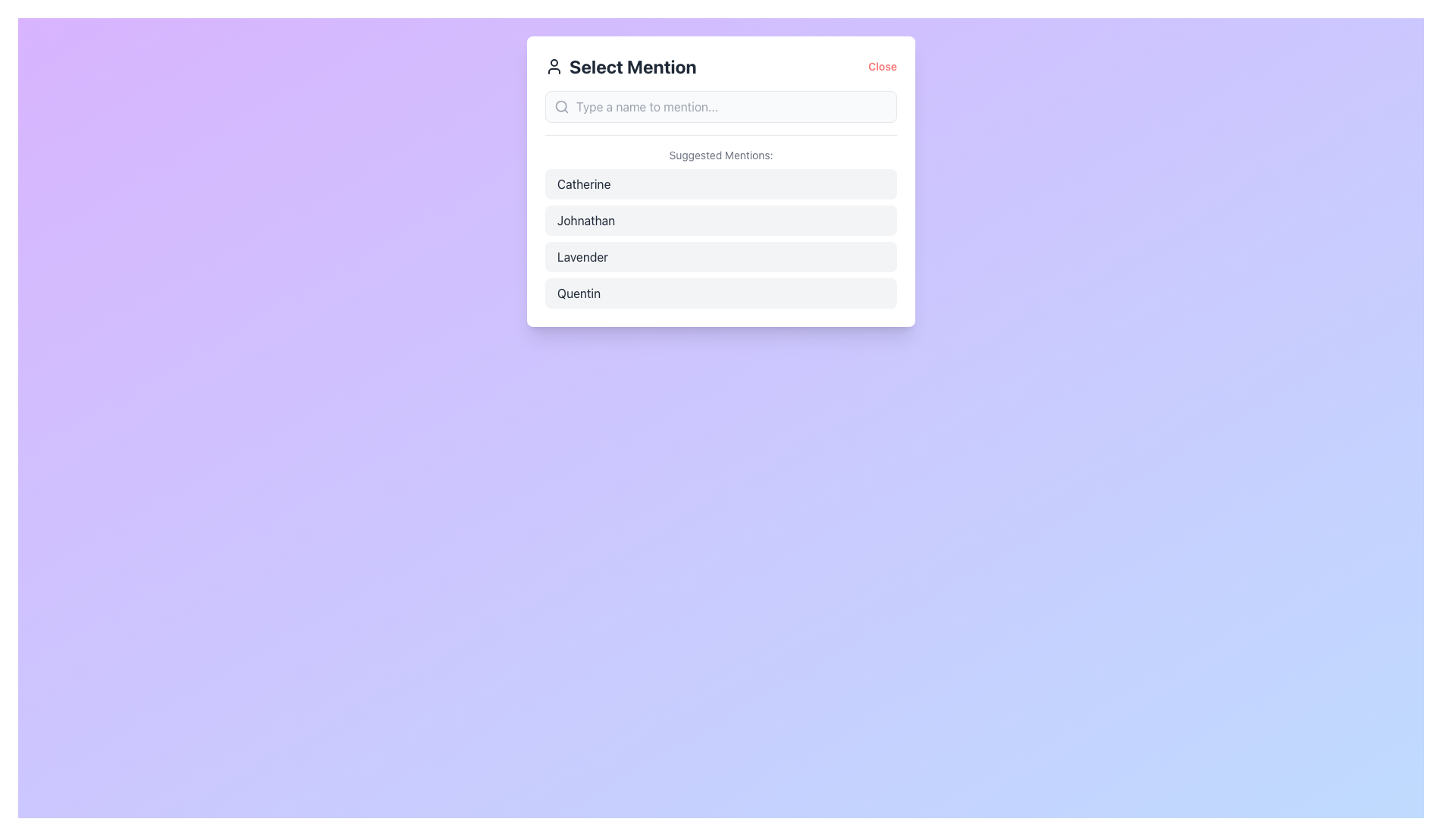  Describe the element at coordinates (560, 106) in the screenshot. I see `the small gray magnifying glass icon located at the left side of the input field in the 'Select Mention' section of the modal` at that location.